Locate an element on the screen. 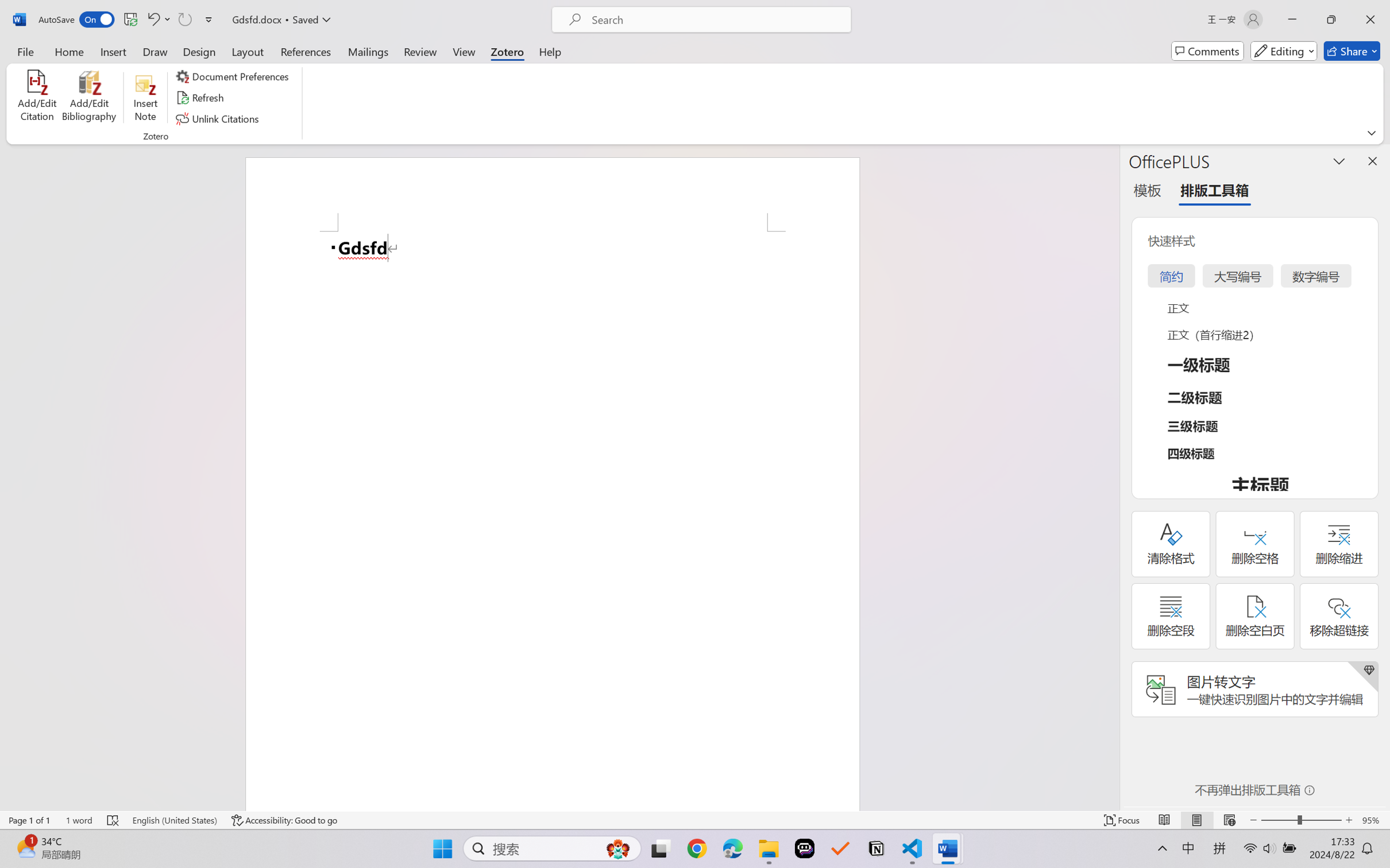 This screenshot has width=1390, height=868. 'Insert Note' is located at coordinates (145, 98).